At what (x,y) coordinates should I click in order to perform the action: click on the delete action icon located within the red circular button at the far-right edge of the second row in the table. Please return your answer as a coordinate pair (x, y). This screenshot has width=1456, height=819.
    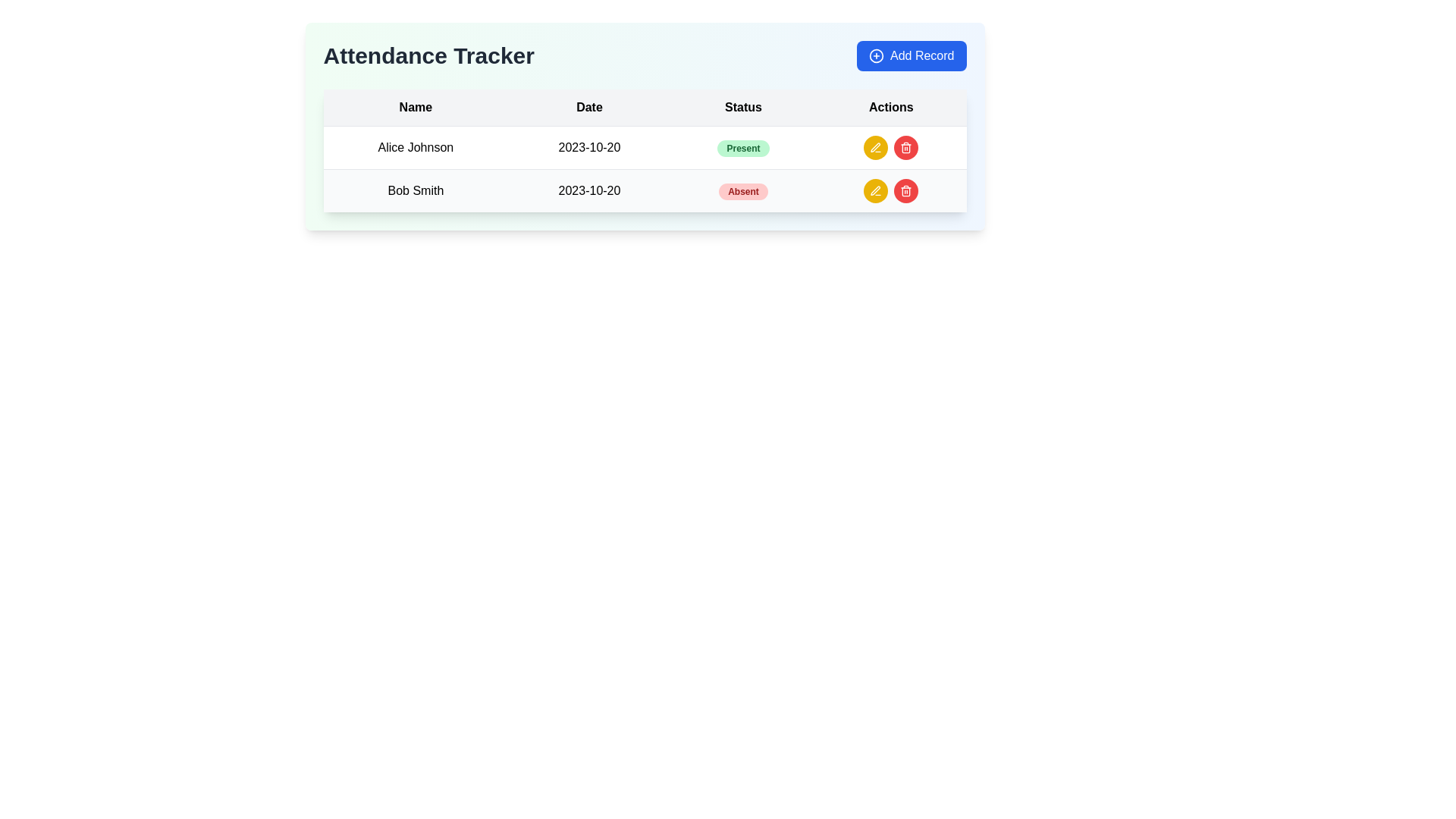
    Looking at the image, I should click on (906, 190).